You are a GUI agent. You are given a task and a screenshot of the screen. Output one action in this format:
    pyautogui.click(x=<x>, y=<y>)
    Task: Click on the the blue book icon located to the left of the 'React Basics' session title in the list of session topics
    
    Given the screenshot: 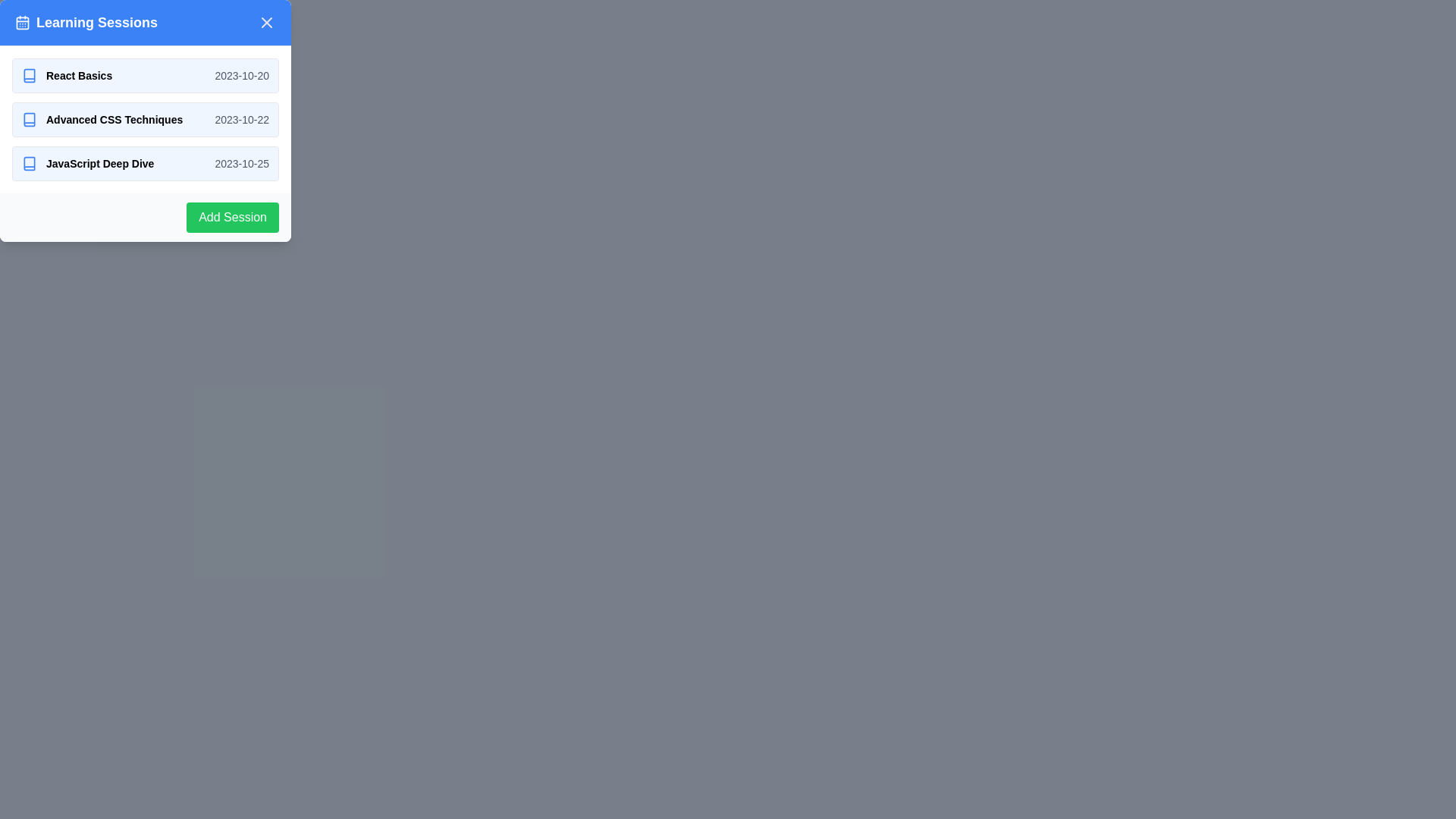 What is the action you would take?
    pyautogui.click(x=29, y=76)
    